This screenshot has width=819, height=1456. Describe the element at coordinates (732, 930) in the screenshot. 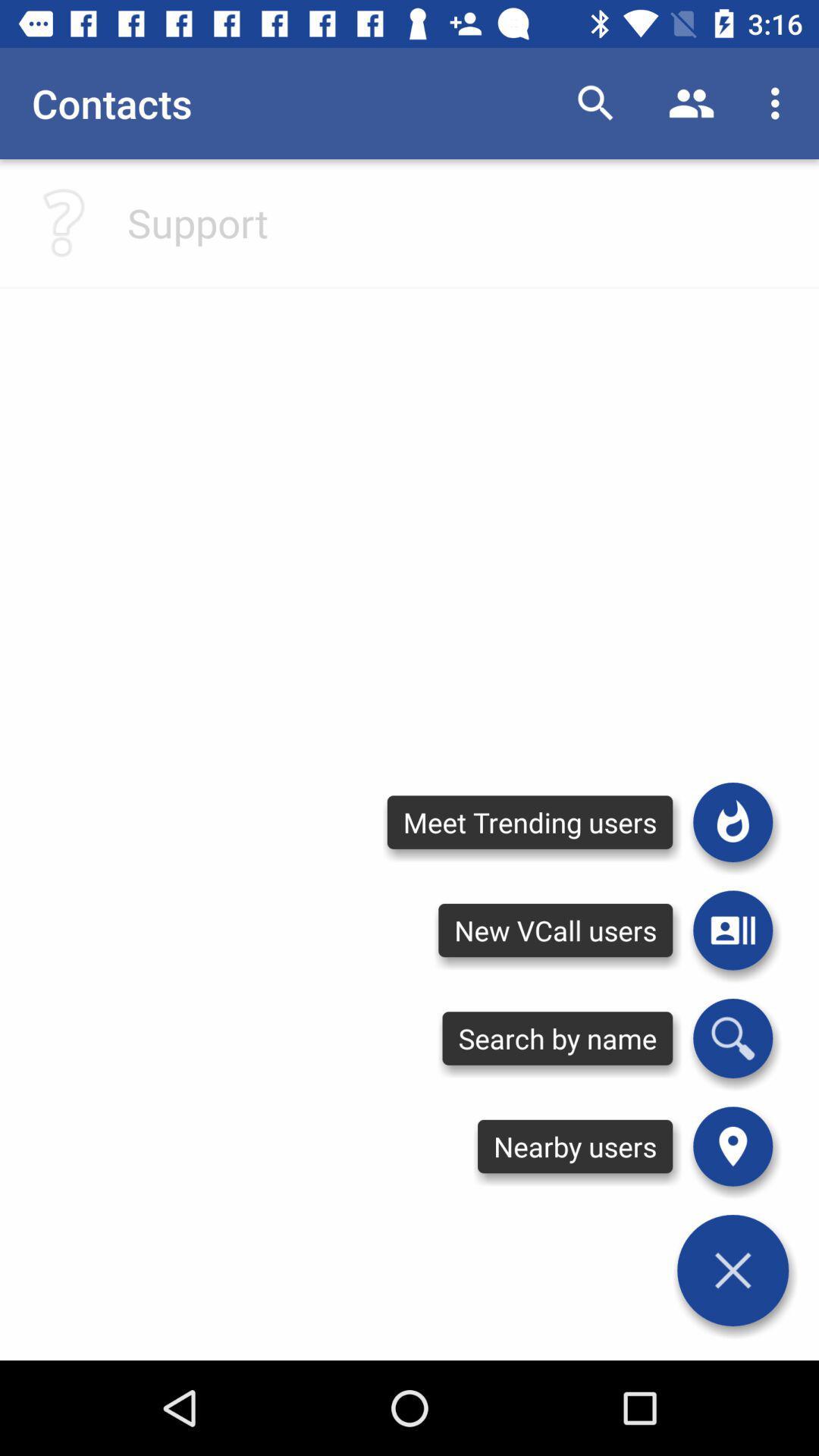

I see `open contacts` at that location.